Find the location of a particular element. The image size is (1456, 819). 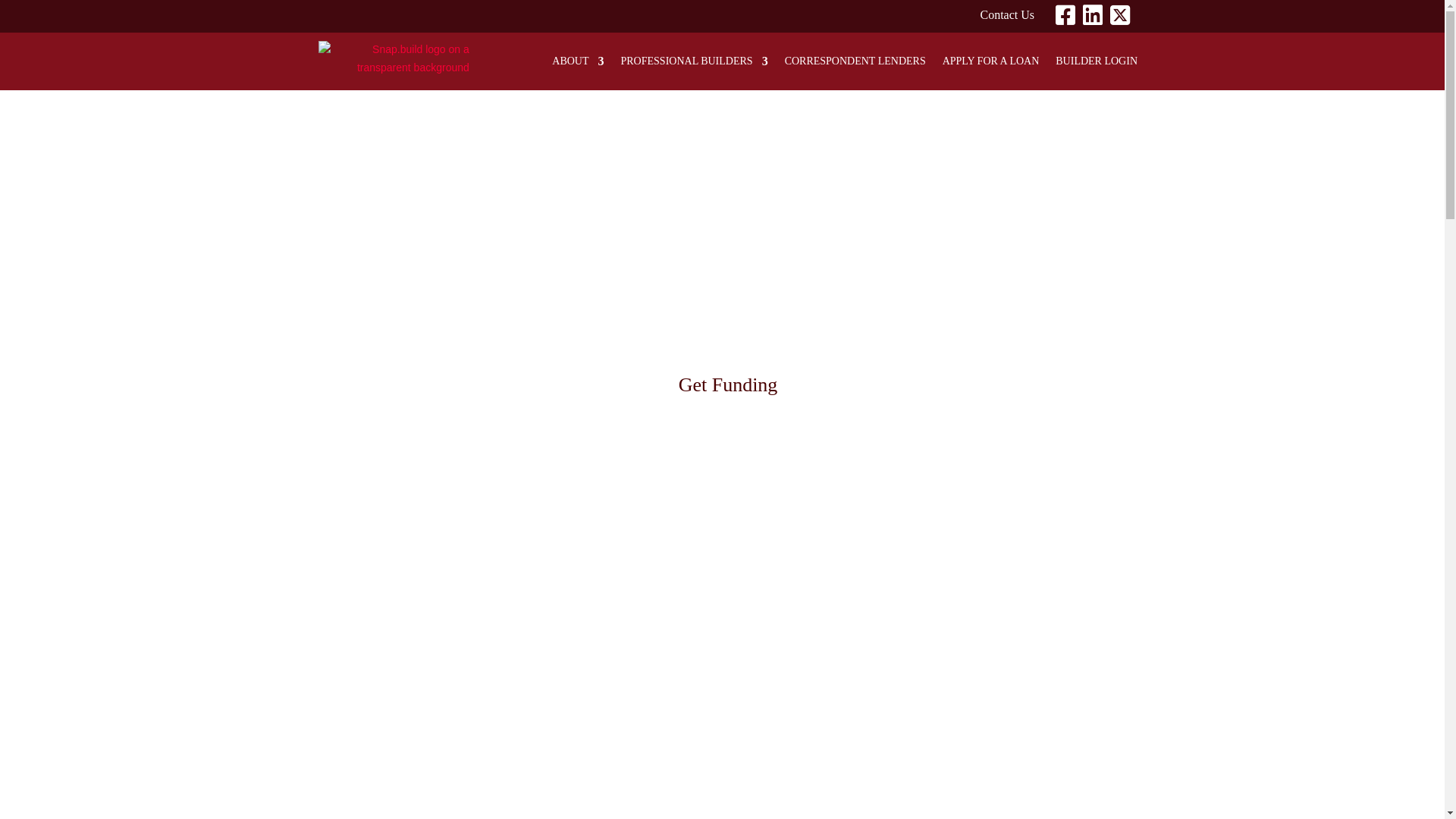

'APPLY FOR A LOAN' is located at coordinates (990, 61).